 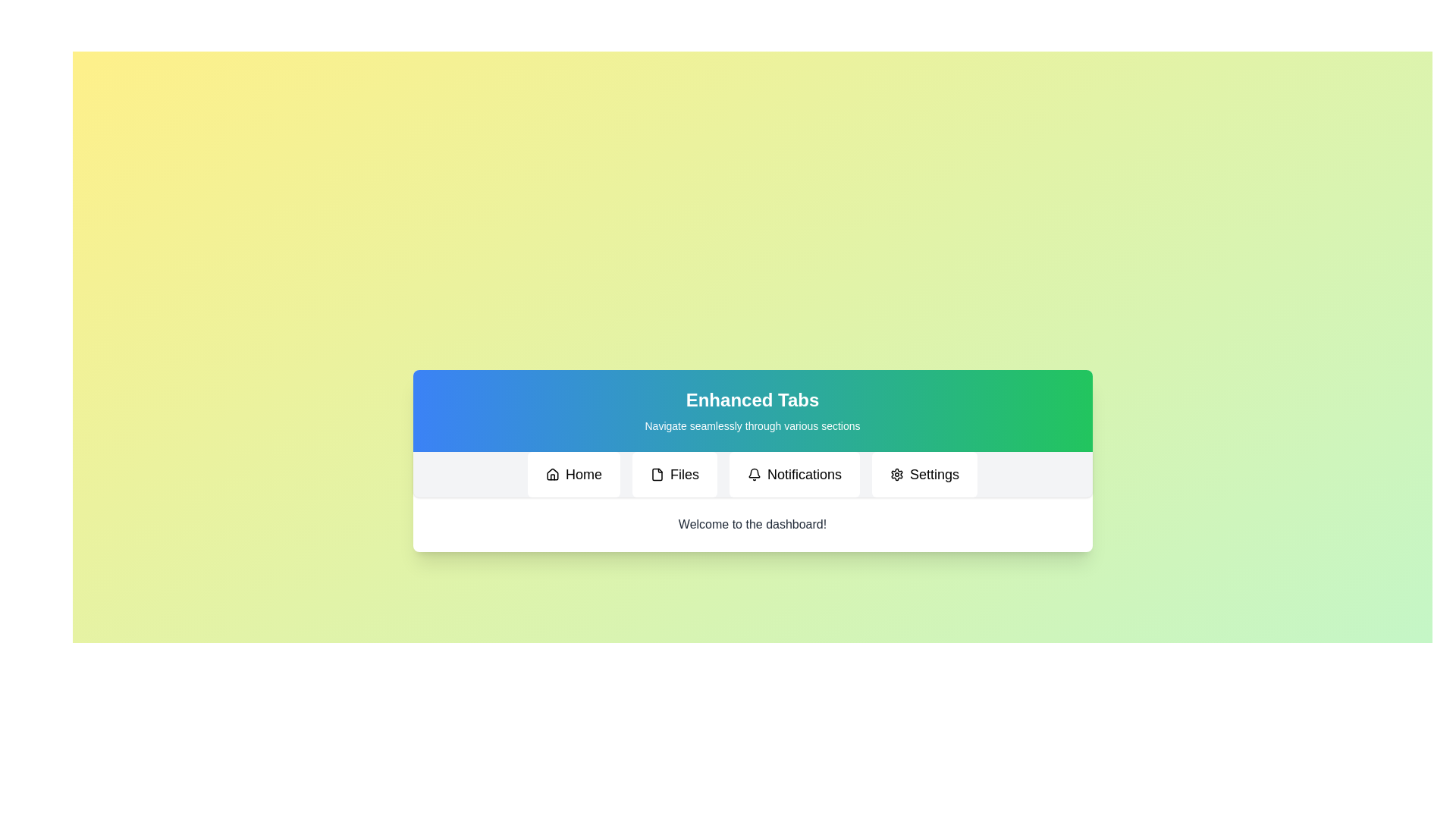 I want to click on the 'Notifications' text label in the horizontal navigation bar, which is the third tab from the left, following the 'Files' tab and preceding the 'Settings' tab, so click(x=803, y=473).